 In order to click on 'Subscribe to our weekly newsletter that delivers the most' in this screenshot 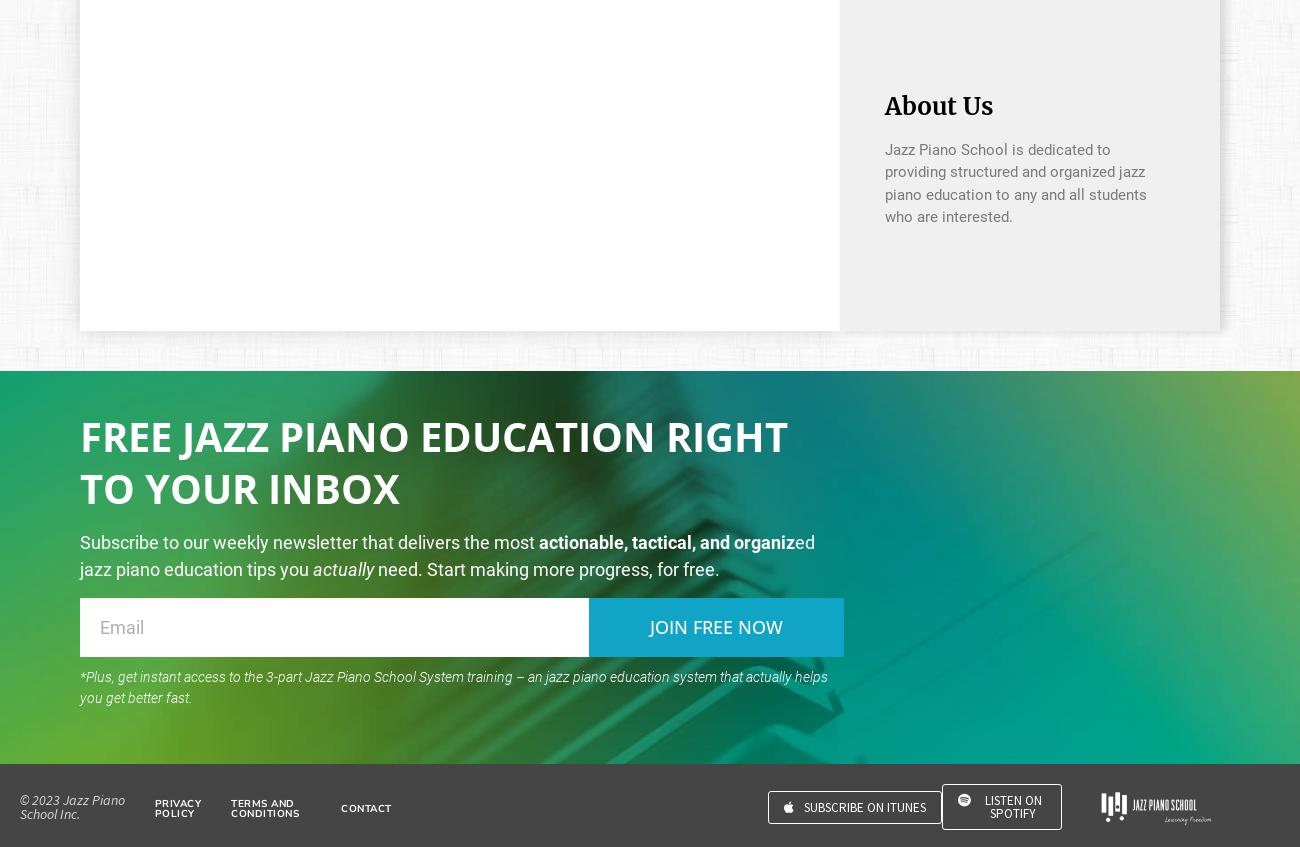, I will do `click(309, 540)`.